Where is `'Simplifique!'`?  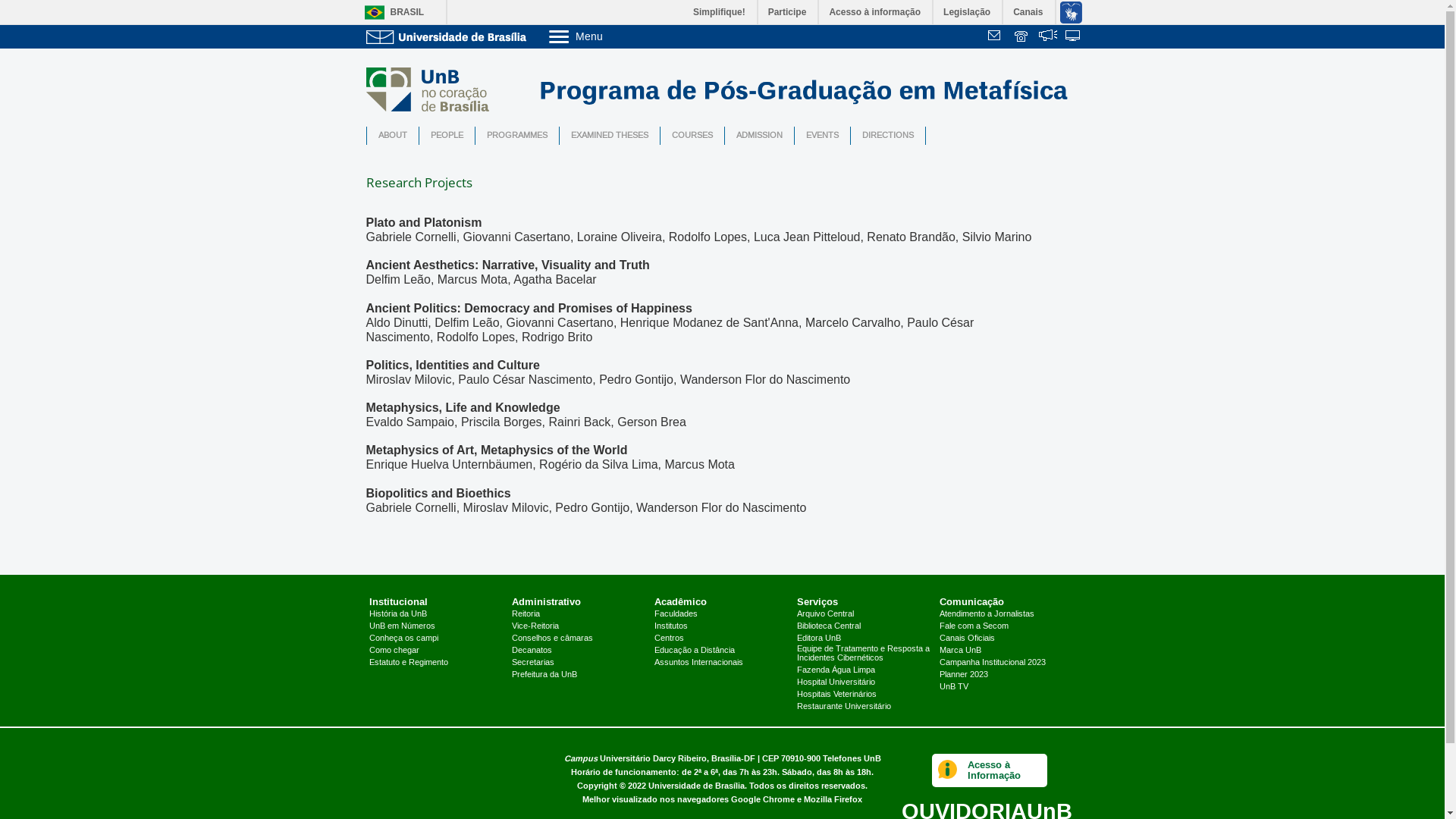
'Simplifique!' is located at coordinates (682, 11).